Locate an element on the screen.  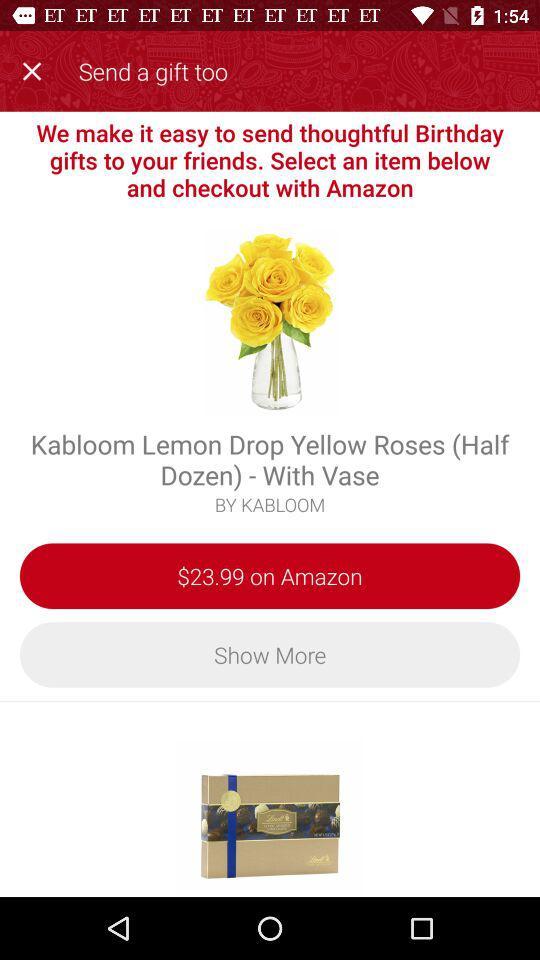
the item above we make it is located at coordinates (36, 68).